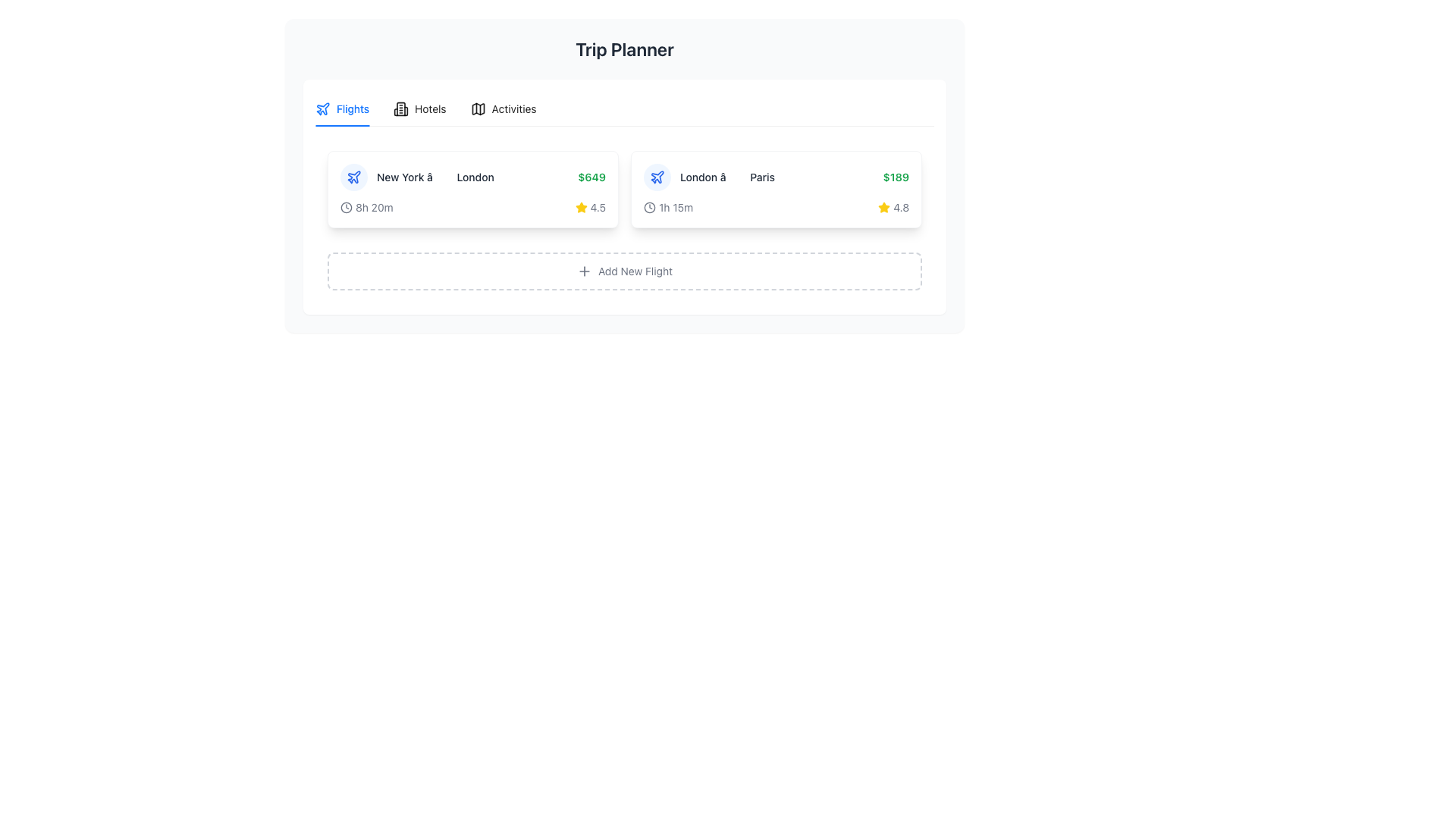 The width and height of the screenshot is (1456, 819). What do you see at coordinates (893, 207) in the screenshot?
I see `the Rating display element featuring a yellow star icon and the text '4.8', located under the second flight section to the right of the duration text ('1h 15m')` at bounding box center [893, 207].